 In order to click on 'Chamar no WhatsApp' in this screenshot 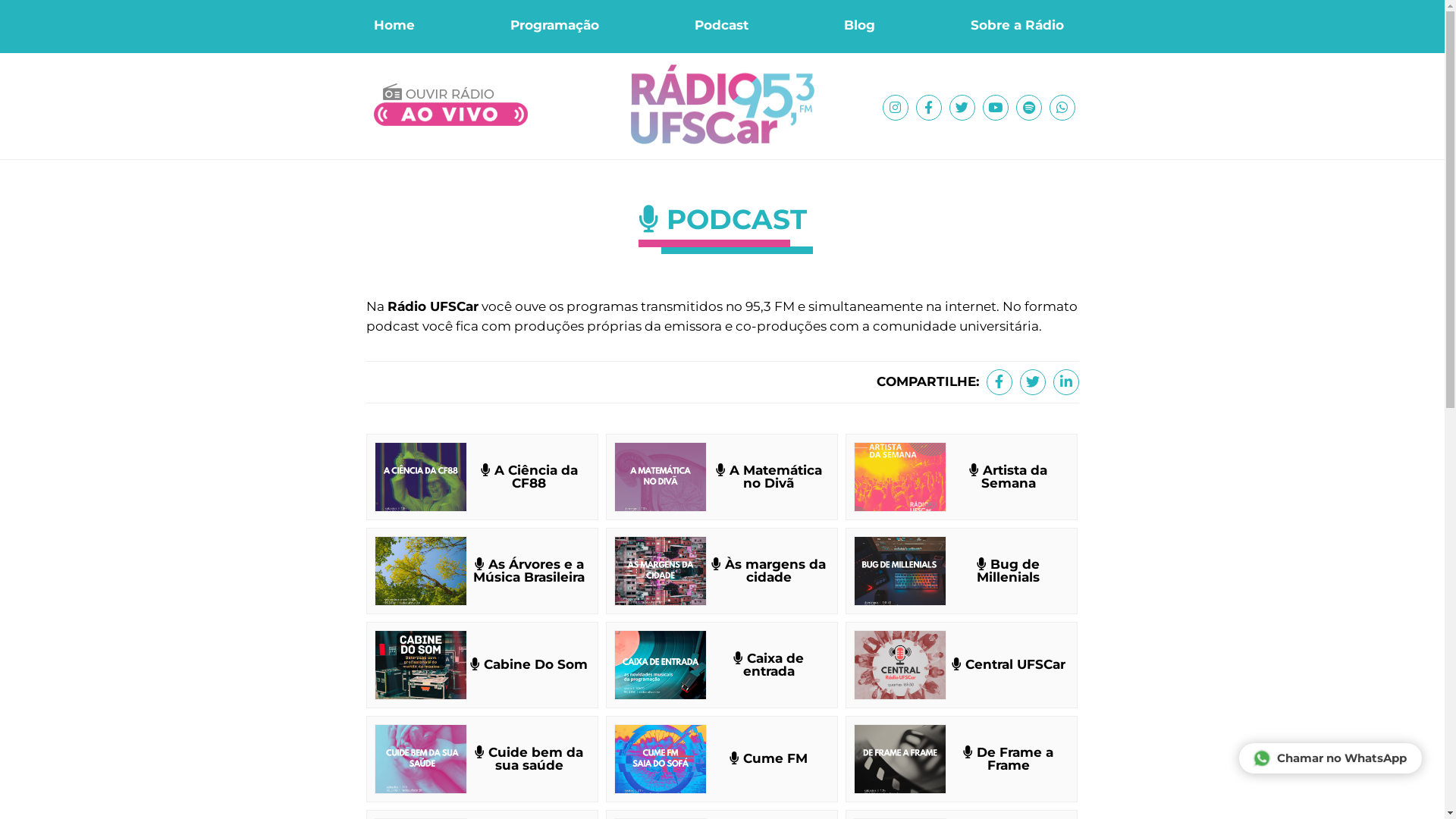, I will do `click(1238, 758)`.